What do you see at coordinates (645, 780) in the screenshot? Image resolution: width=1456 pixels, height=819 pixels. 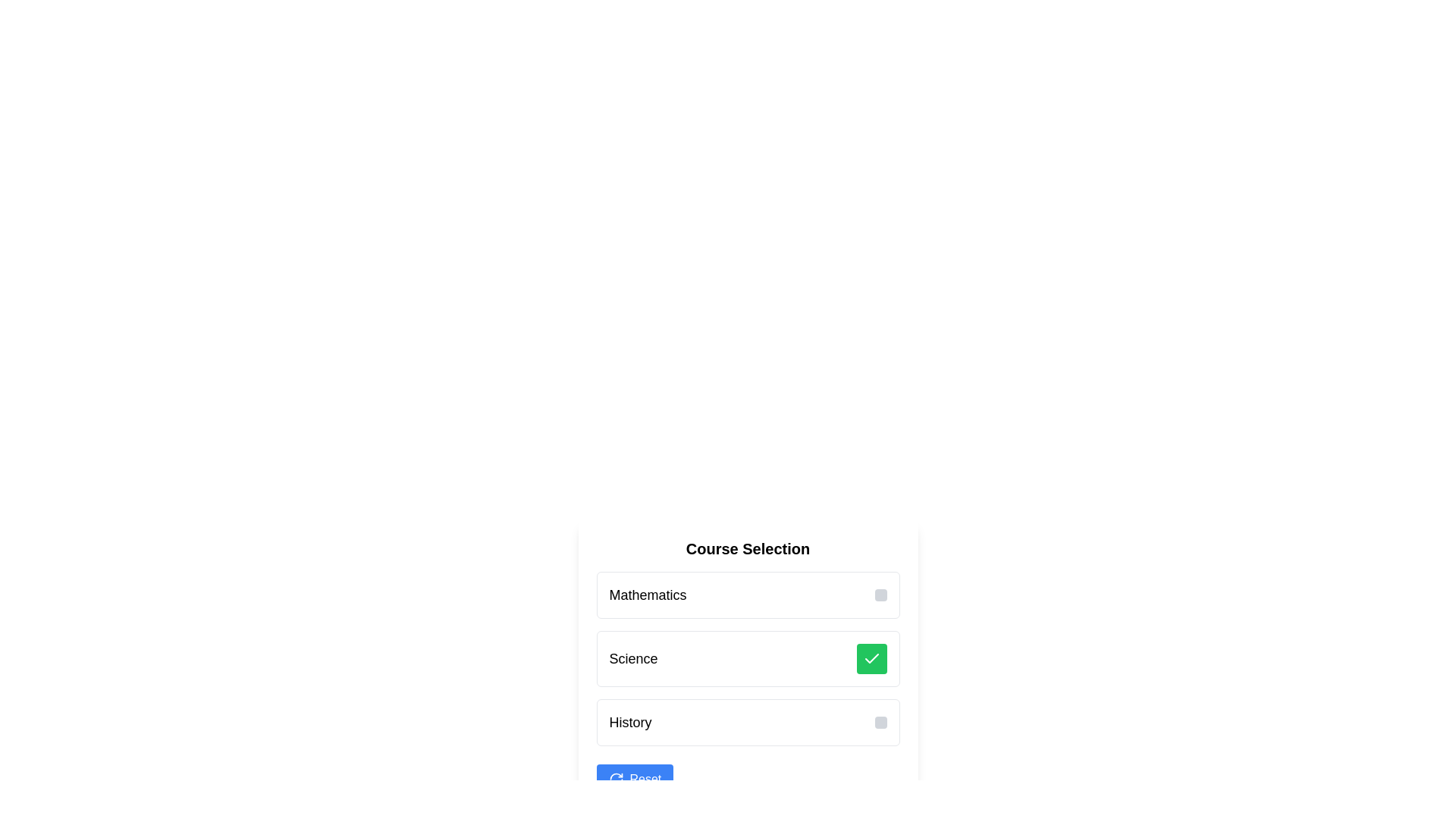 I see `the 'Reset' button, which features white text on a blue rectangular background and is located at the bottom of the interface, next to a circular arrow icon` at bounding box center [645, 780].